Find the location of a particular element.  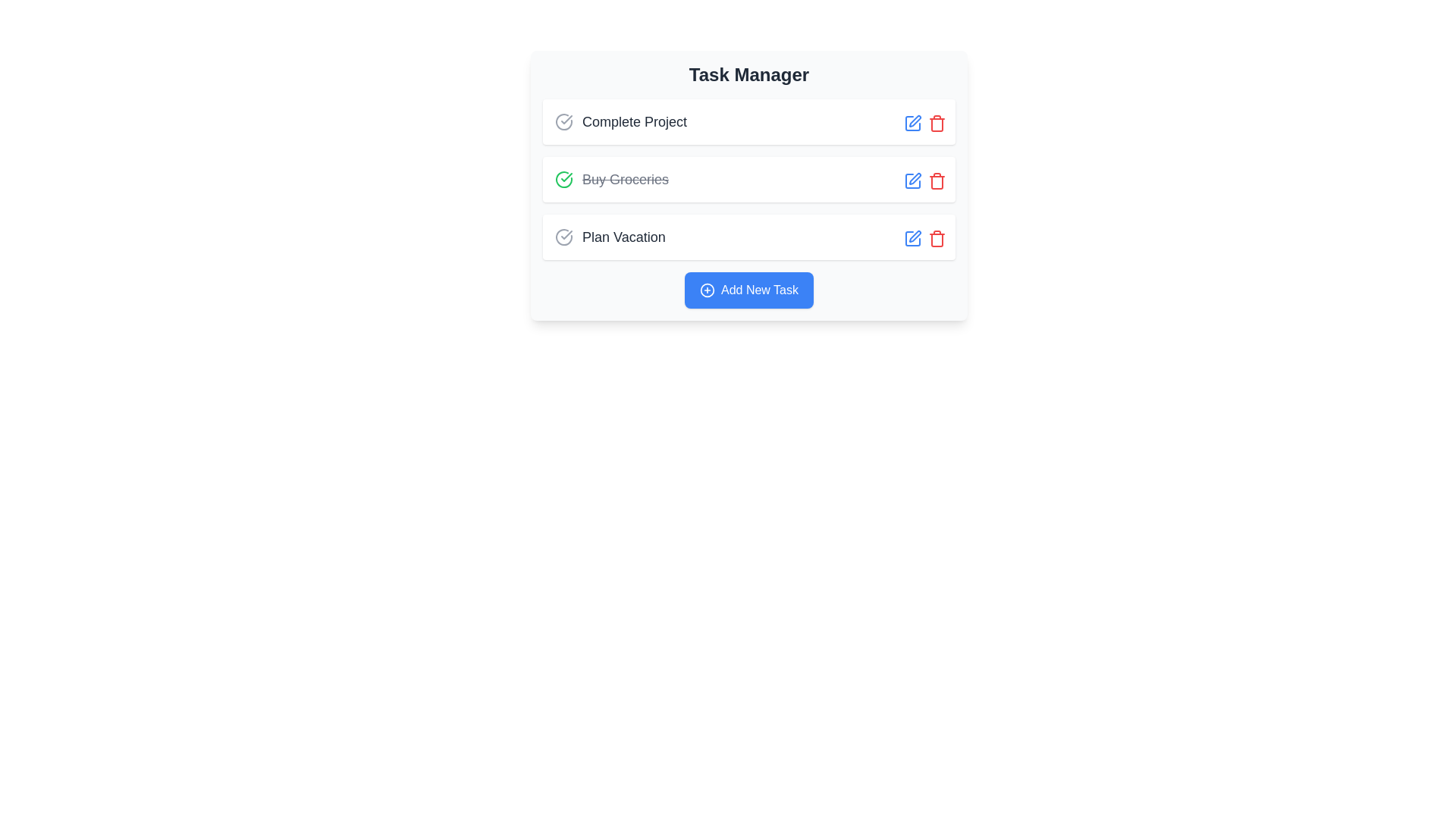

the task entry 'Buy Groceries', which is marked as completed is located at coordinates (749, 178).